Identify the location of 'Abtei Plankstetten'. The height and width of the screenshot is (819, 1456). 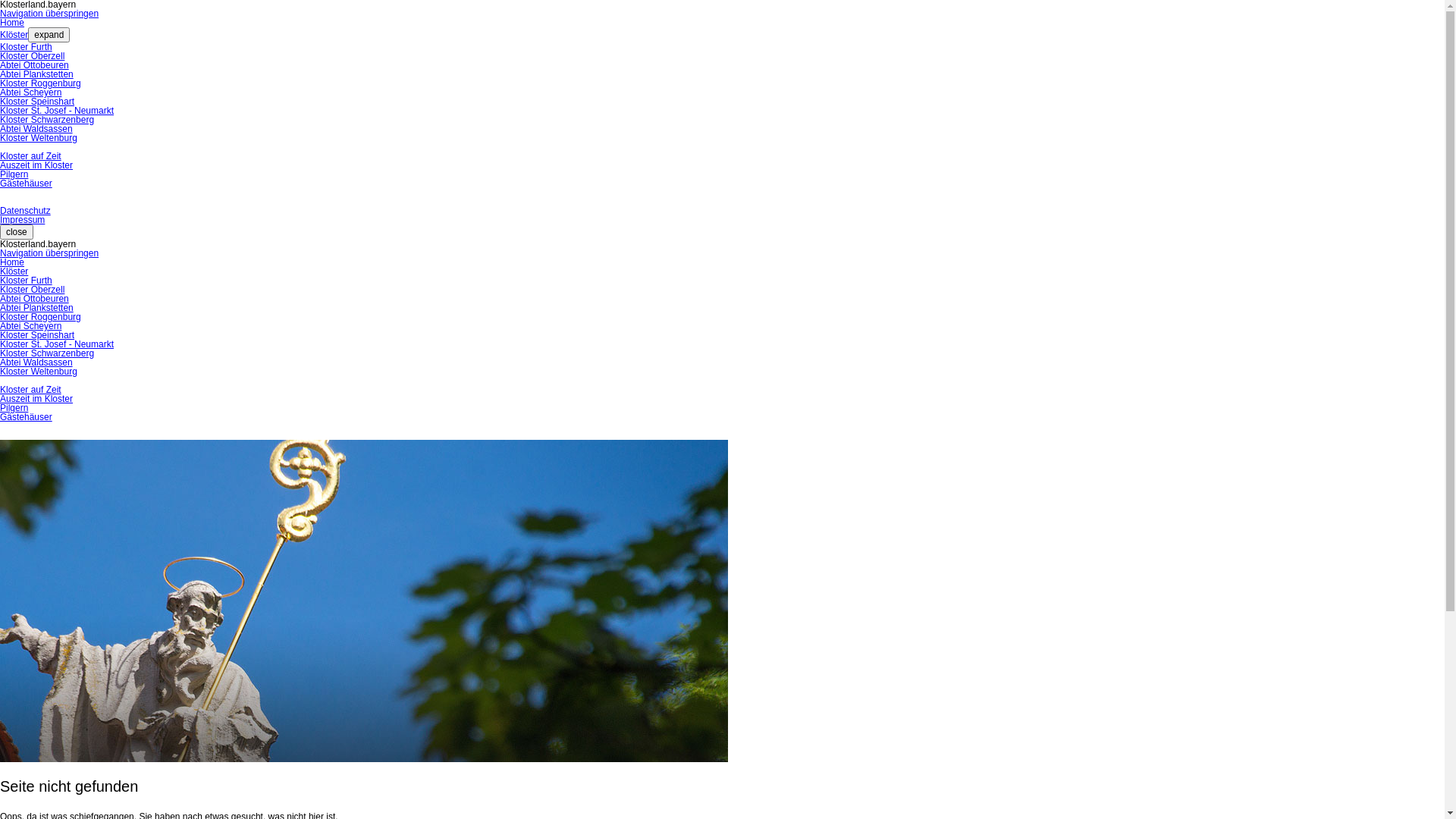
(36, 307).